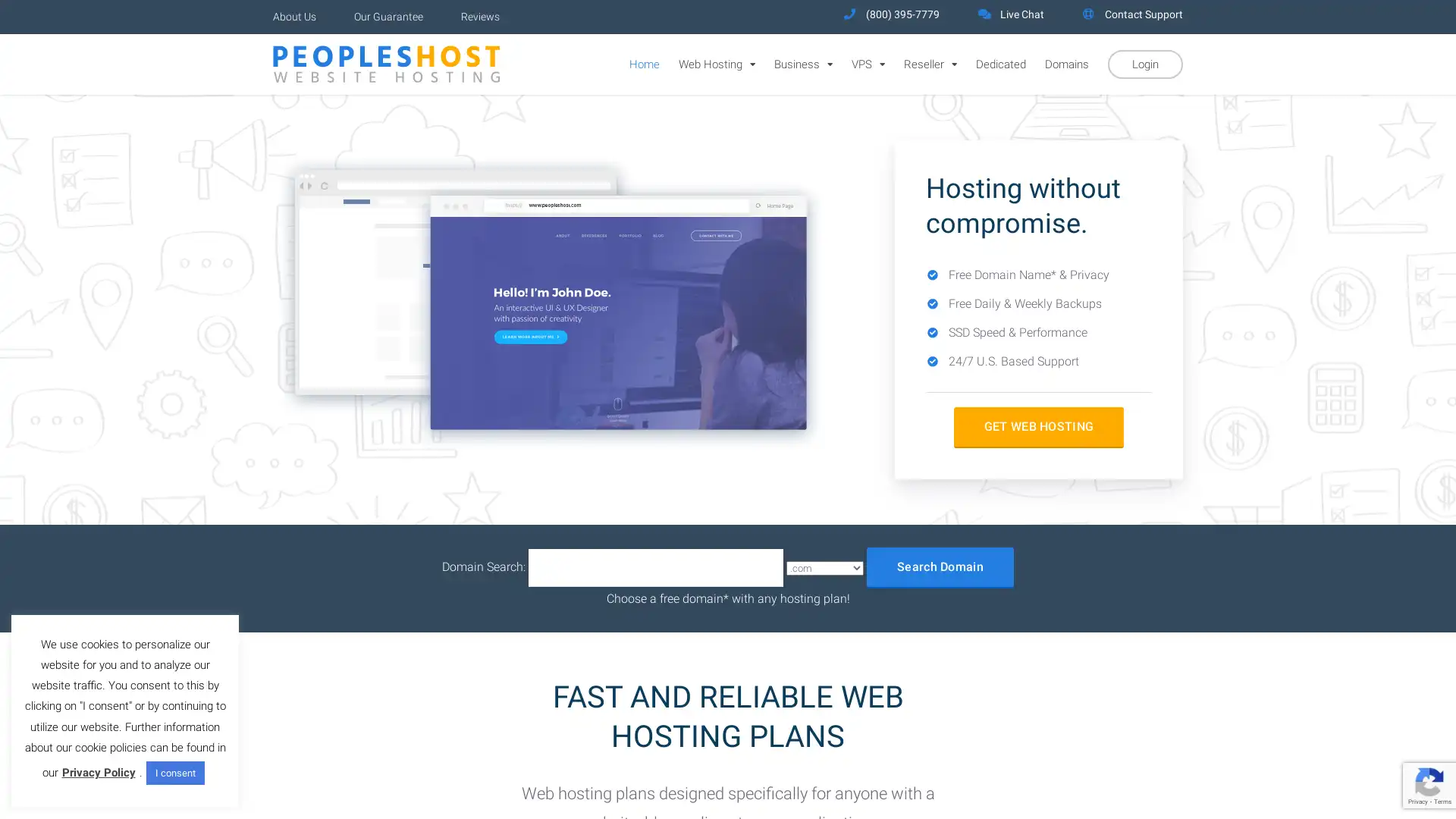 This screenshot has width=1456, height=819. Describe the element at coordinates (174, 773) in the screenshot. I see `I consent` at that location.